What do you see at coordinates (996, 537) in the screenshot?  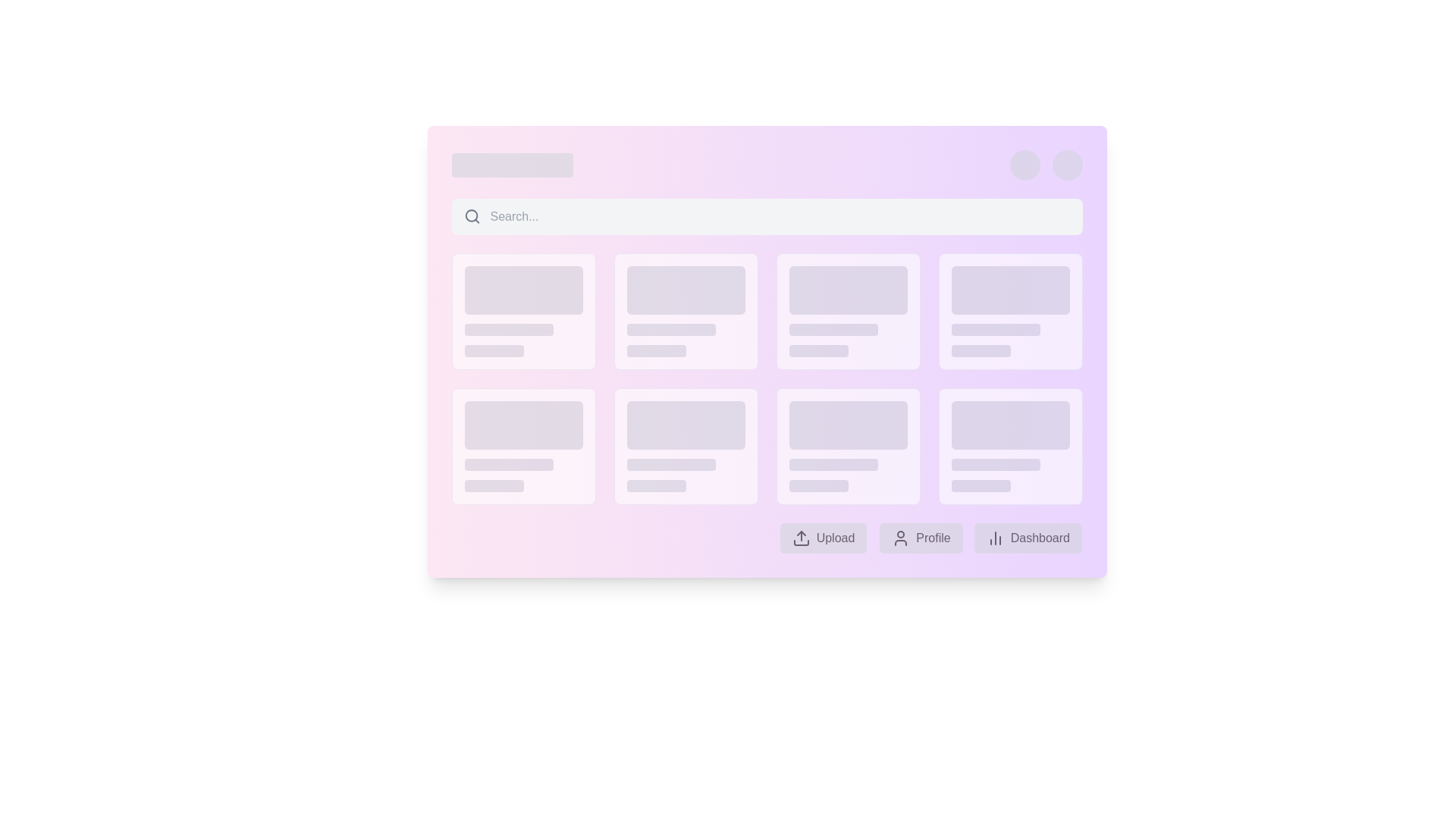 I see `the 'Dashboard' button, which features a minimalist bar chart icon with three vertical bars` at bounding box center [996, 537].